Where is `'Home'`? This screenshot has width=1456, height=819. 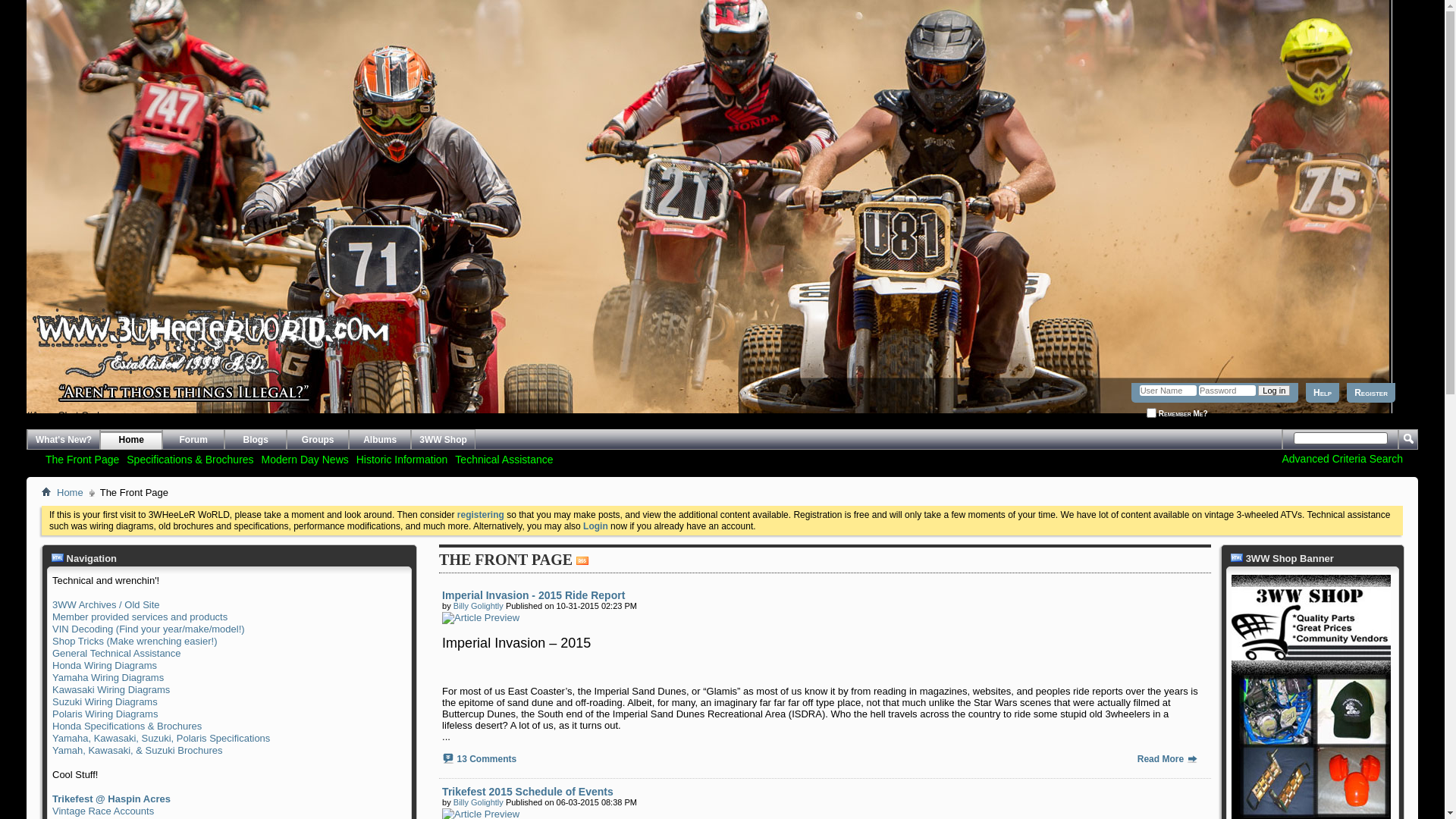
'Home' is located at coordinates (130, 439).